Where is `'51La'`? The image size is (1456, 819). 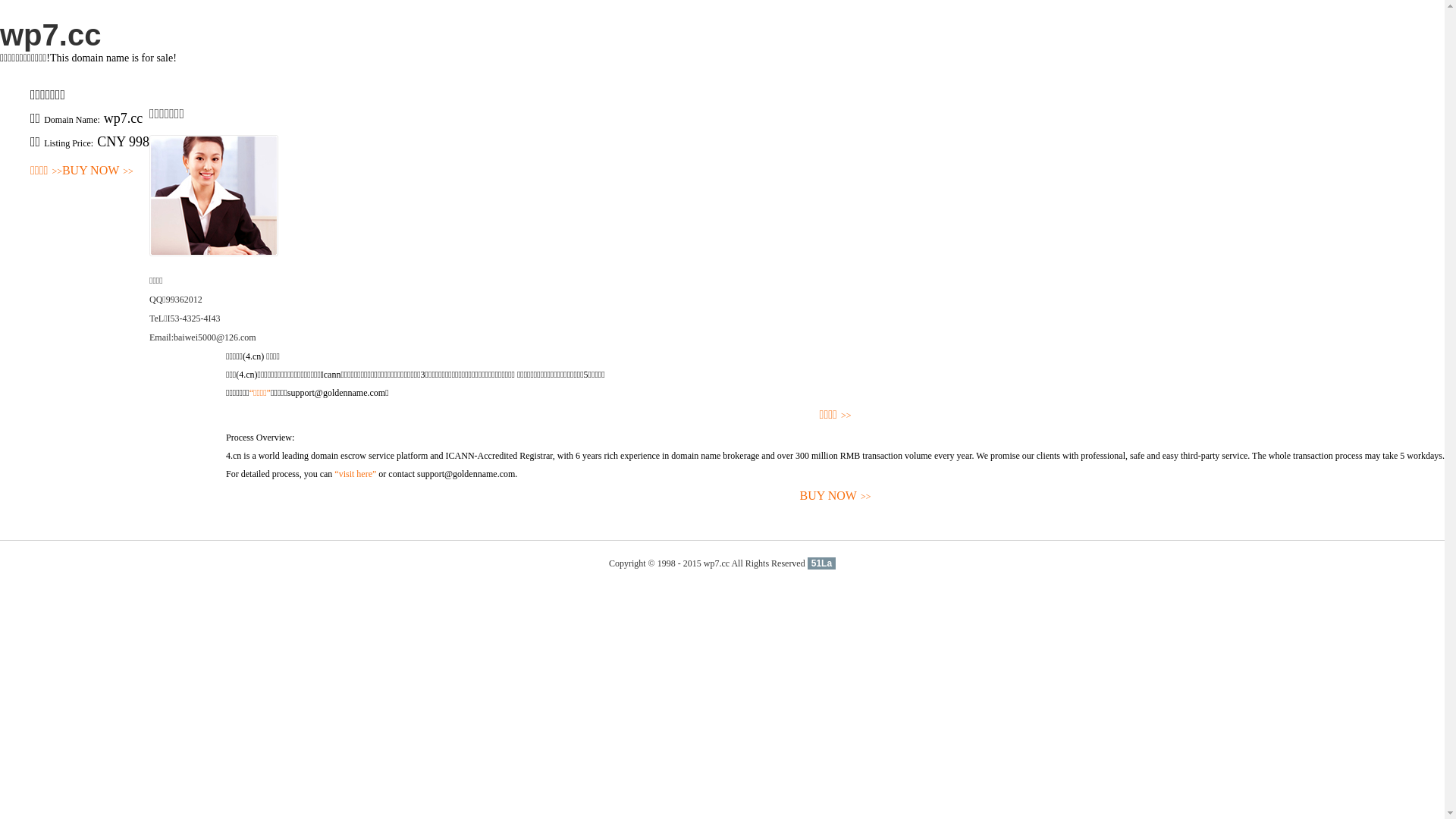 '51La' is located at coordinates (821, 563).